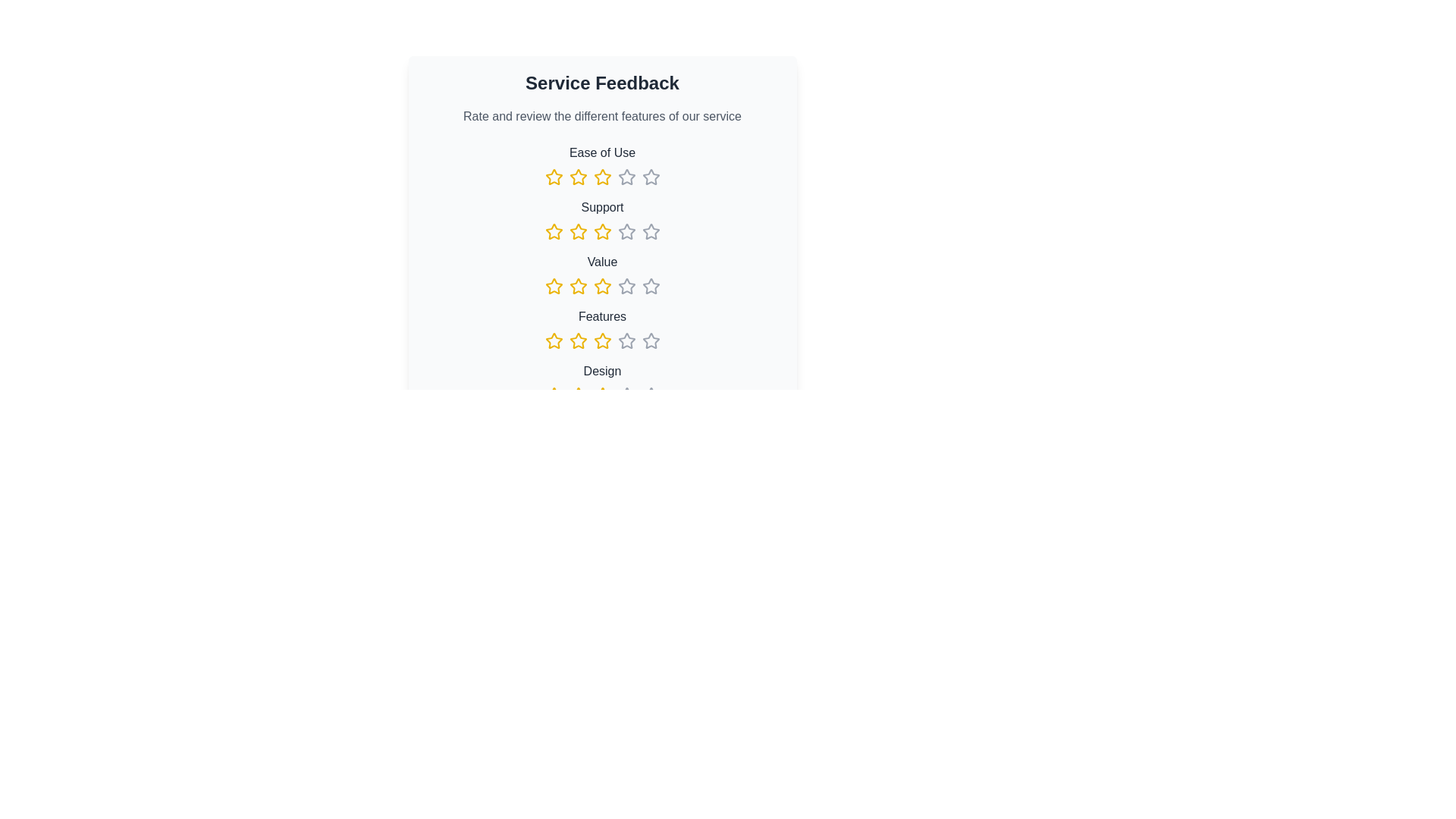  Describe the element at coordinates (601, 262) in the screenshot. I see `the text label 'Value', which is styled with medium font weight and gray color, located in the user feedback section above the row of star icons` at that location.